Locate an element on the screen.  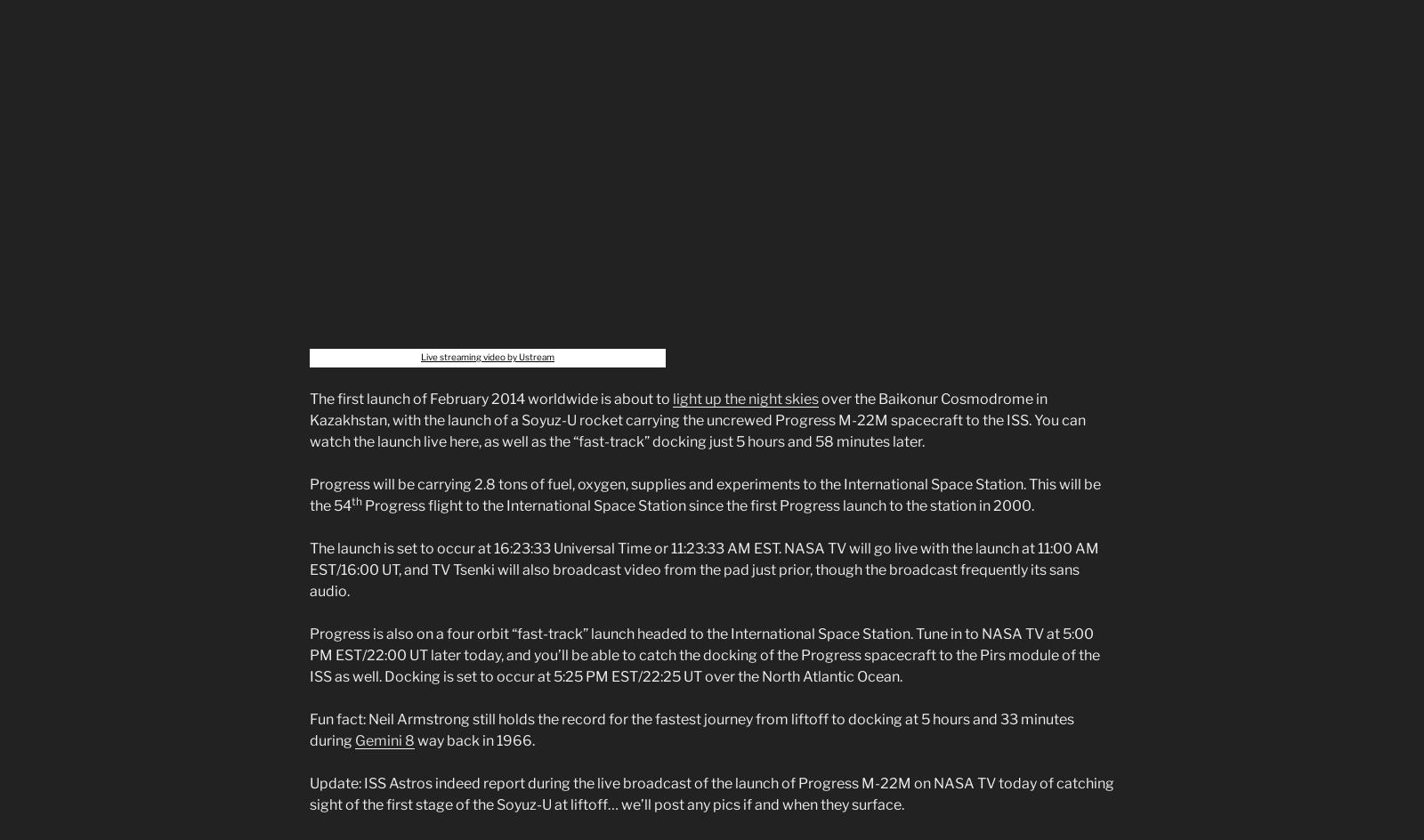
'way back in 1966.' is located at coordinates (414, 739).